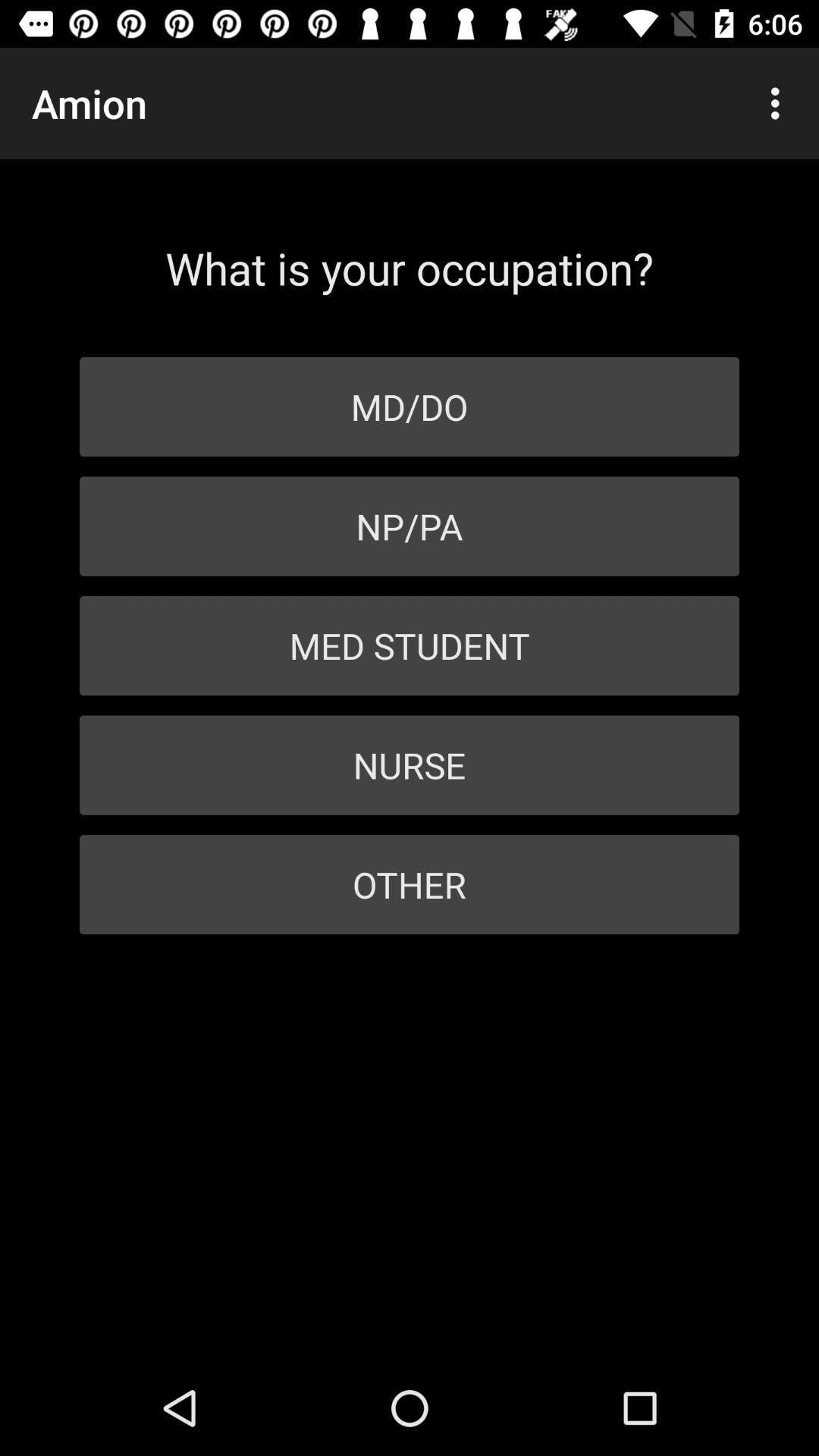  What do you see at coordinates (409, 526) in the screenshot?
I see `icon above med student` at bounding box center [409, 526].